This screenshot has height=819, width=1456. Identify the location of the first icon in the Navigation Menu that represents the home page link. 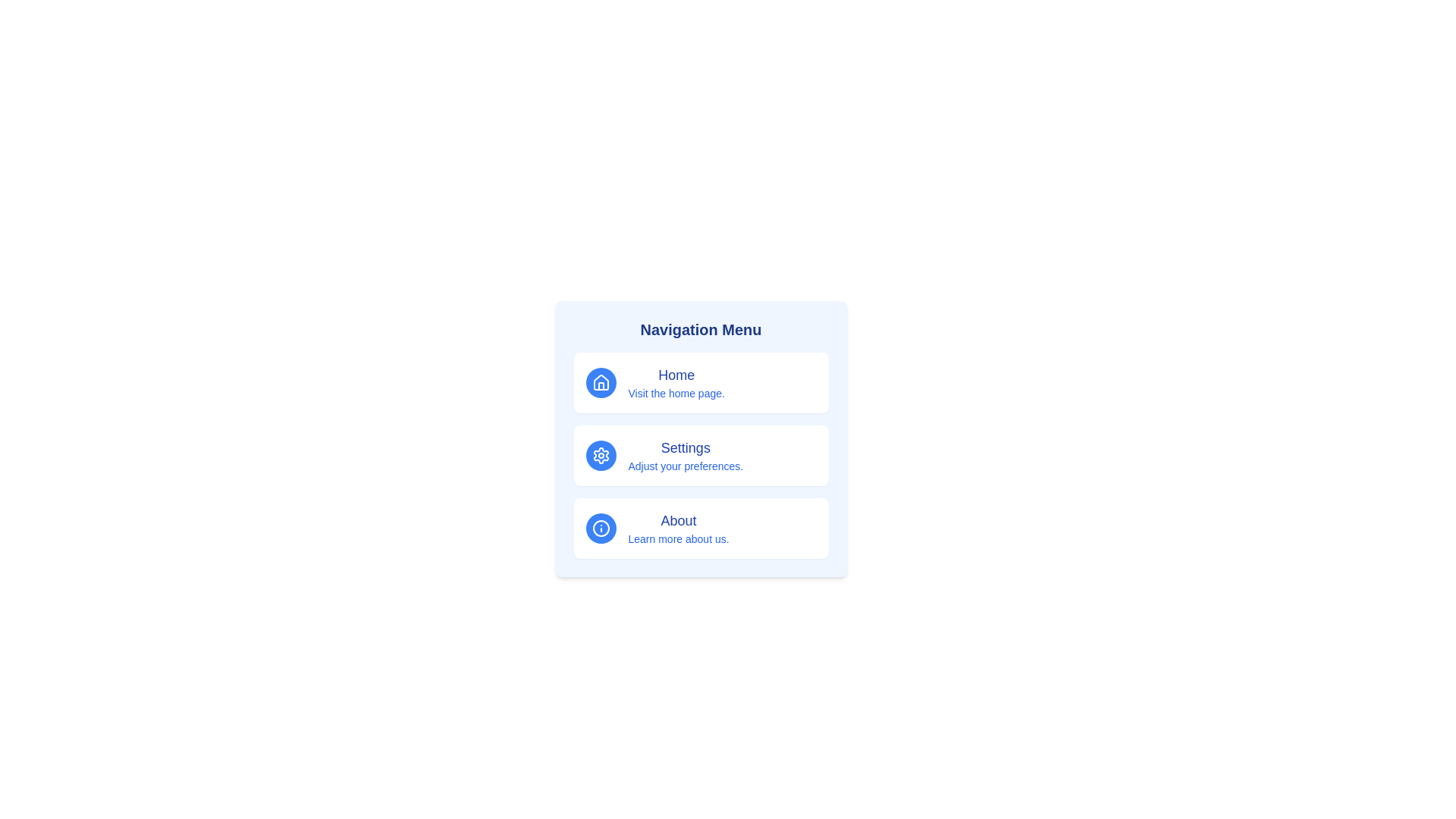
(600, 382).